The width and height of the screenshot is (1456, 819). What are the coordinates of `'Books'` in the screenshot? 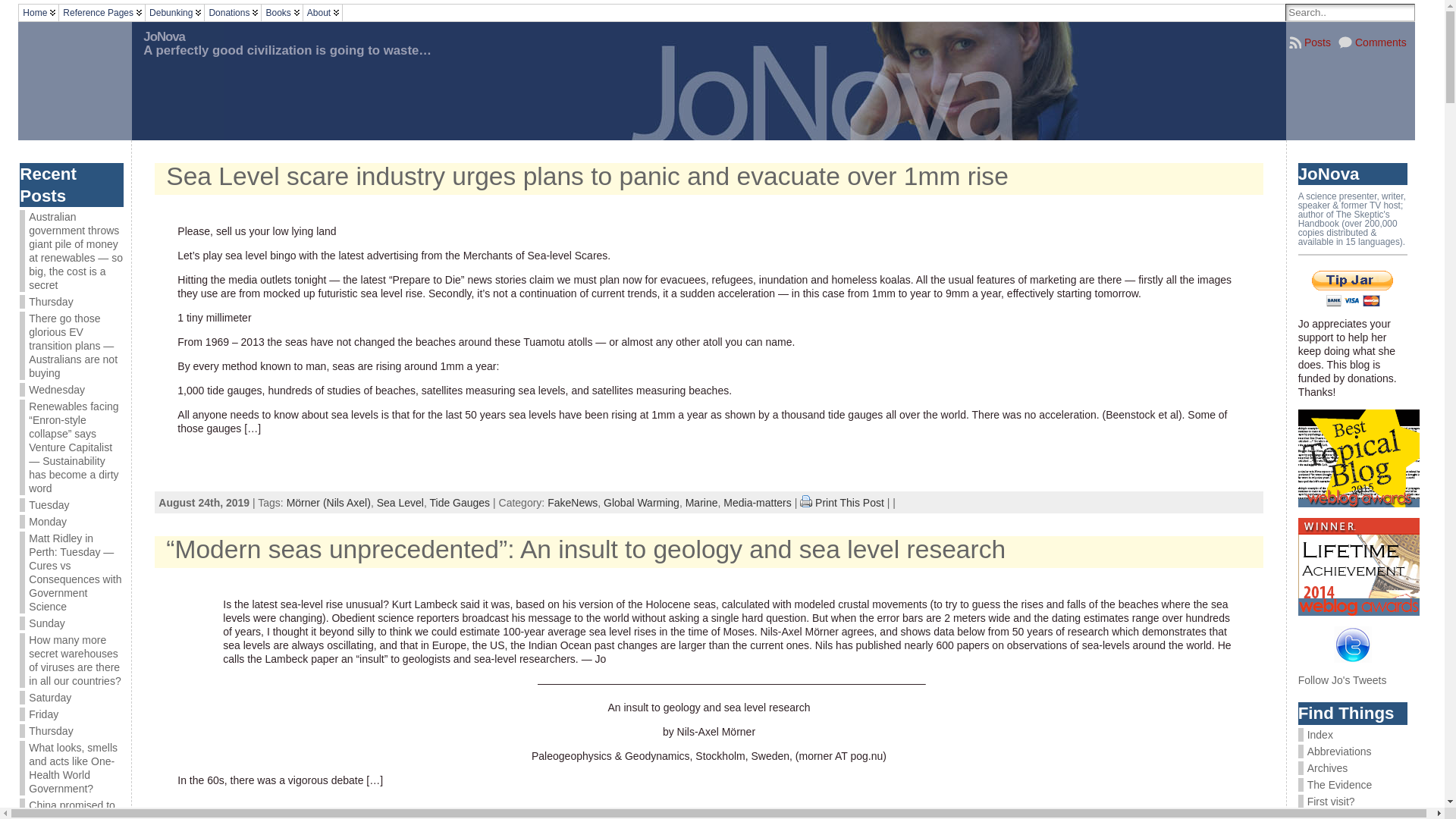 It's located at (281, 12).